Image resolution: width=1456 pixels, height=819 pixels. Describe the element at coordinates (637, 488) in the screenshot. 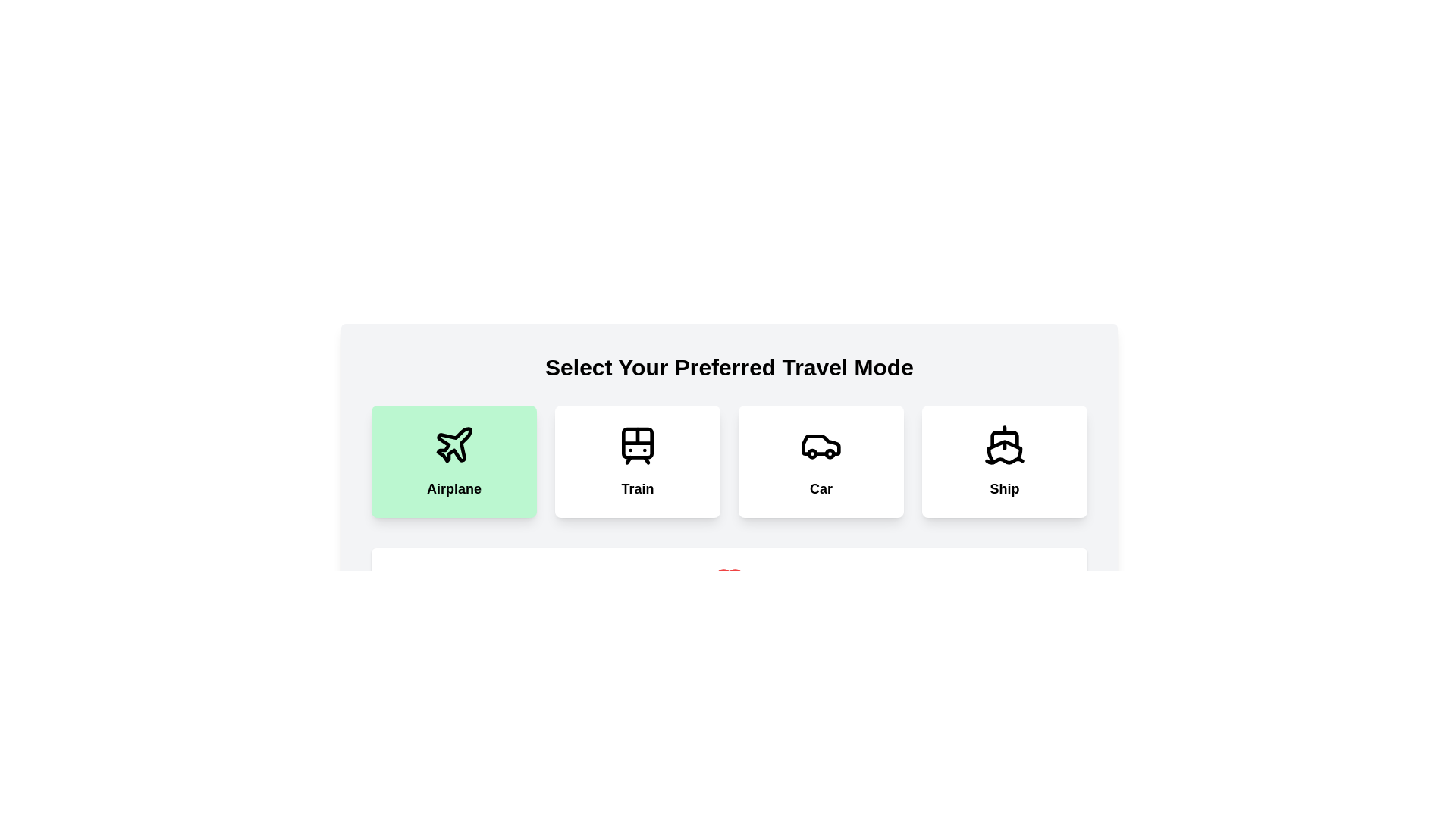

I see `the bold text label displaying 'Train' in a serif font style, which is centered vertically below the train icon in the second tile of the horizontal list of travel modes` at that location.